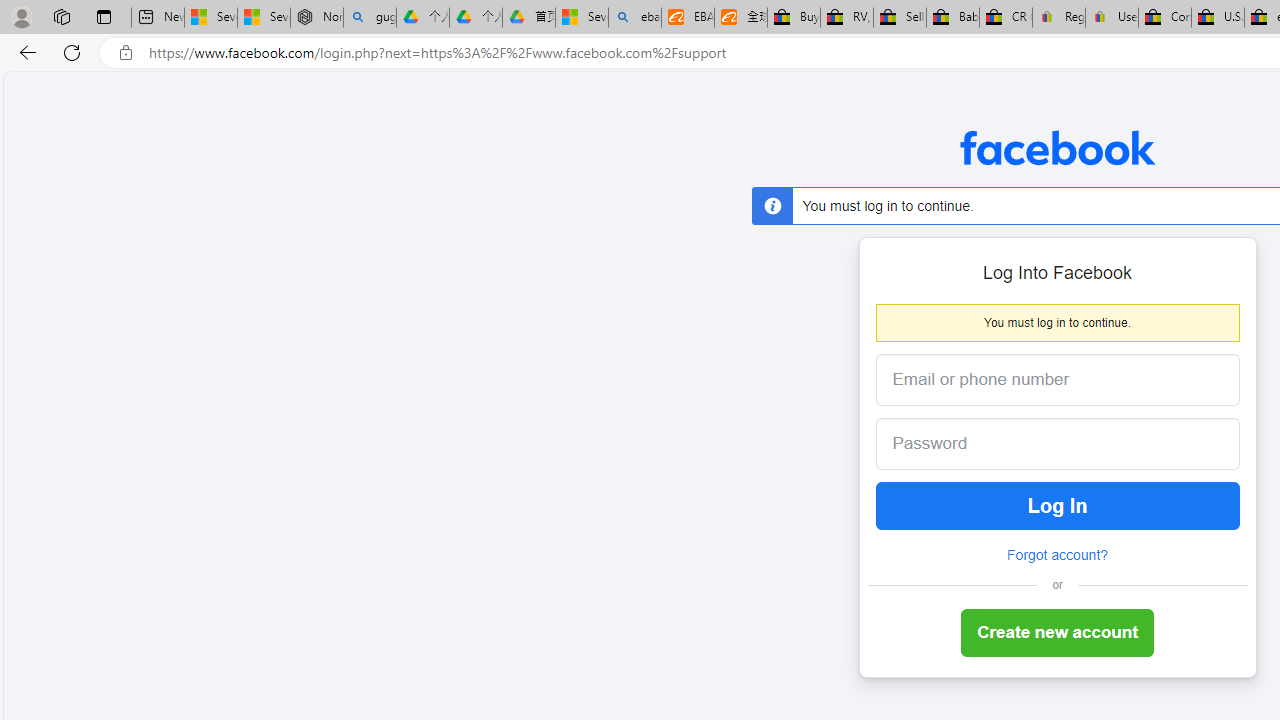  Describe the element at coordinates (1165, 17) in the screenshot. I see `'Consumer Health Data Privacy Policy - eBay Inc.'` at that location.